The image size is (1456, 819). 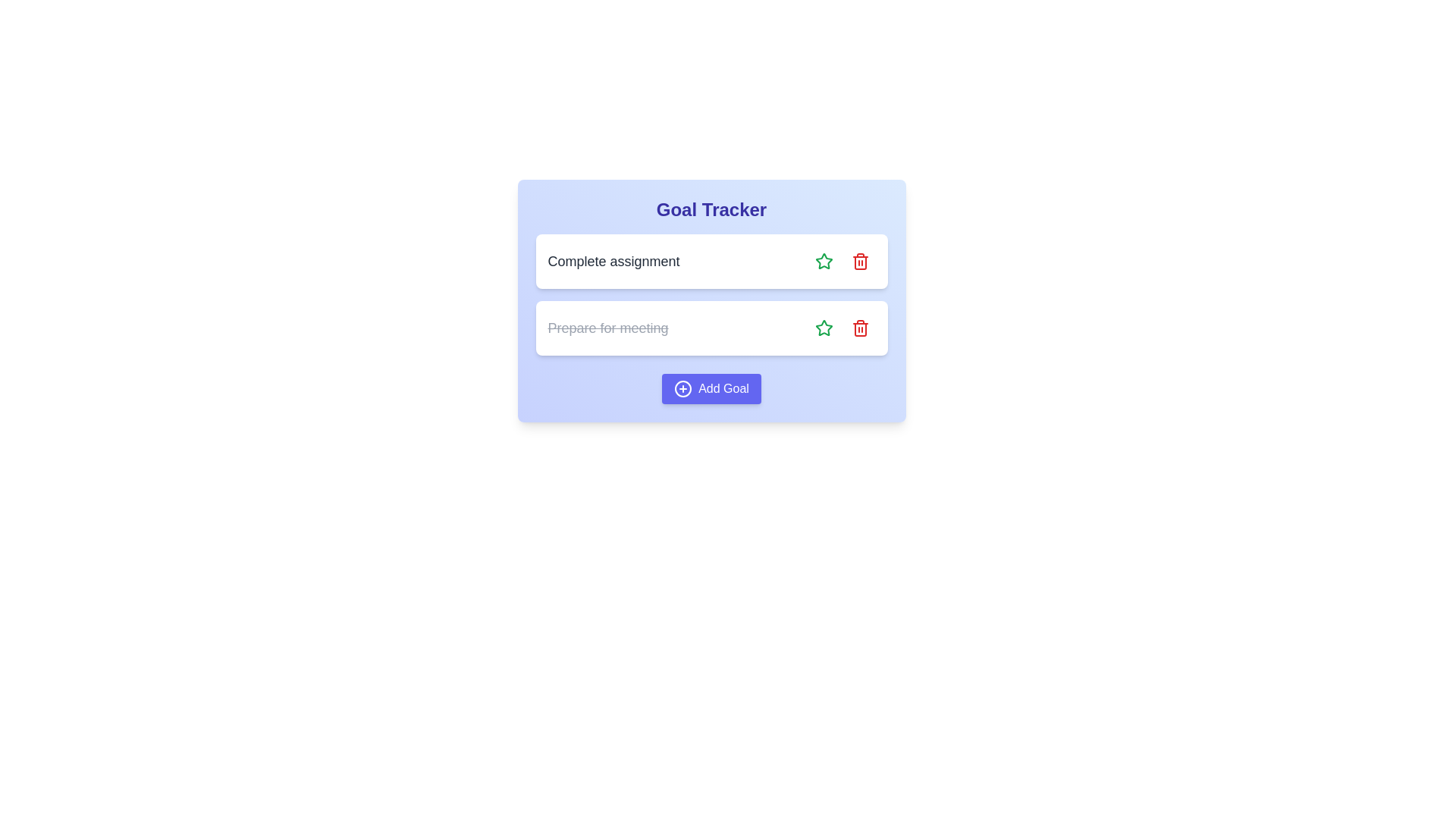 I want to click on the Graphic icon (SVG) that represents the action of adding an item or goal, located to the left of the 'Add Goal' text within the 'Add Goal' button at the center bottom of the card, so click(x=682, y=388).